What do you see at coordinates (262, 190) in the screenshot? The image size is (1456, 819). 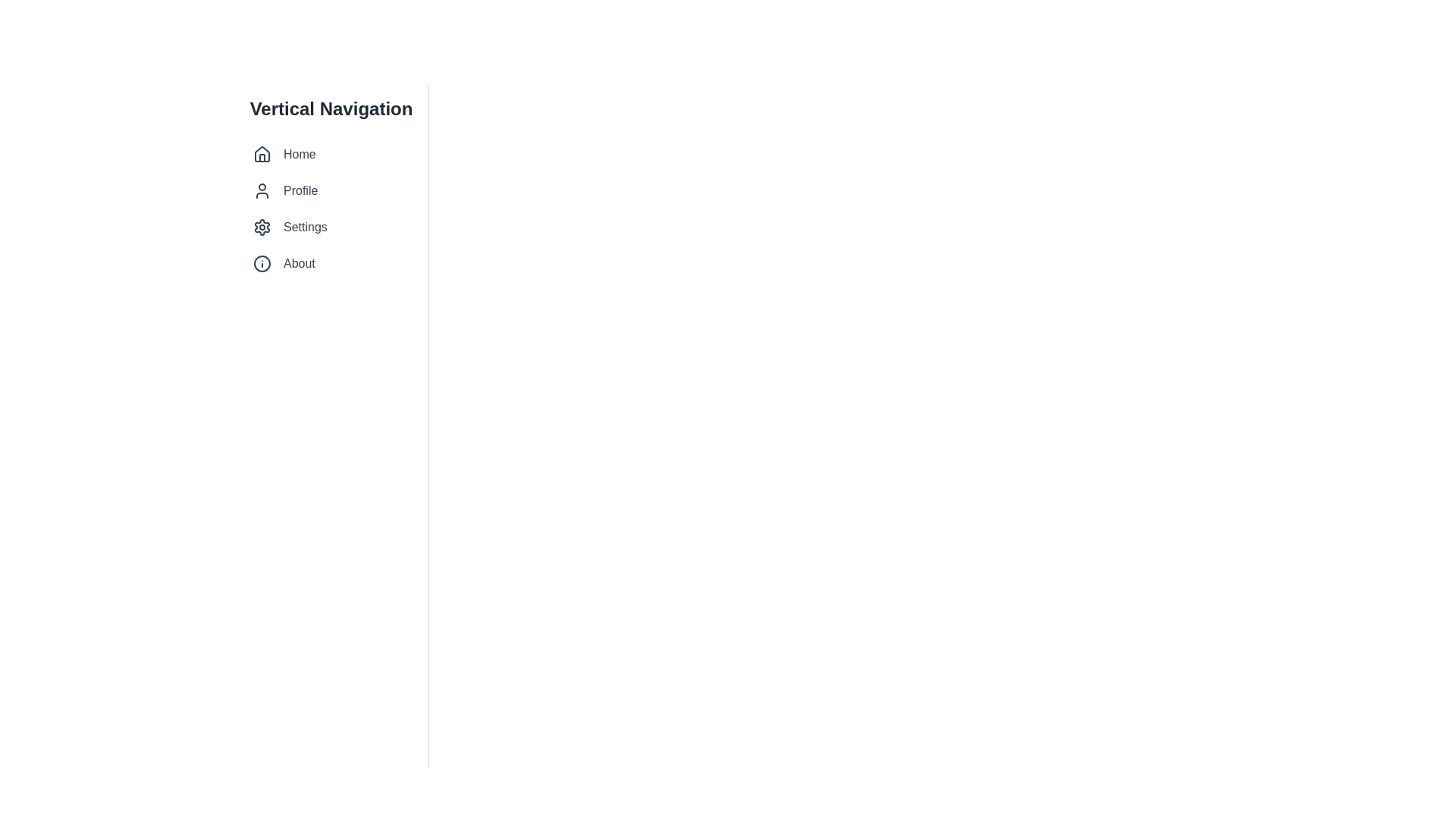 I see `the user silhouette icon located within the vertical navigation menu, which indicates the user profile or account section, positioned to the left of the 'Profile' label text` at bounding box center [262, 190].